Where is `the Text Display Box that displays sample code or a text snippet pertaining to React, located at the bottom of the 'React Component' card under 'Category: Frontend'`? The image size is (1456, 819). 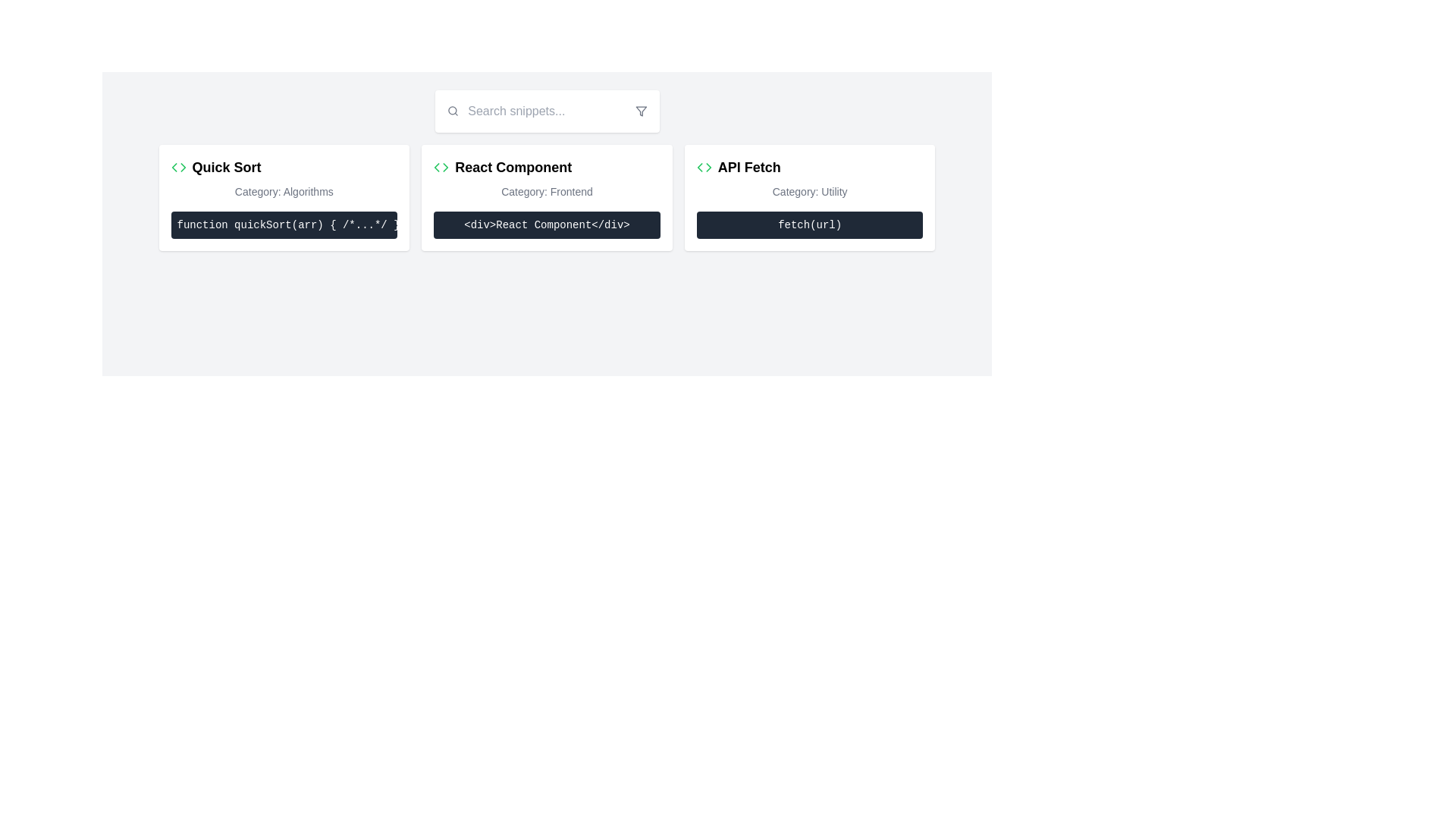 the Text Display Box that displays sample code or a text snippet pertaining to React, located at the bottom of the 'React Component' card under 'Category: Frontend' is located at coordinates (546, 225).